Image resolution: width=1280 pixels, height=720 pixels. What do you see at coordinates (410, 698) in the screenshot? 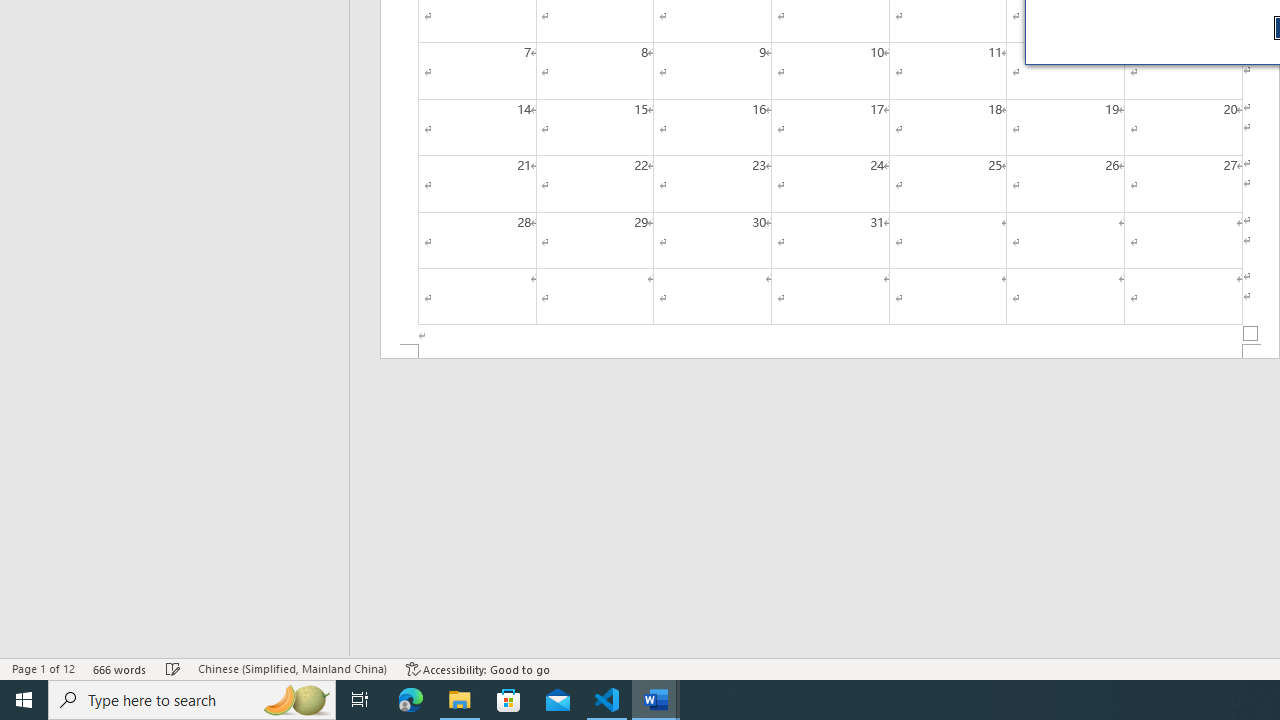
I see `'Microsoft Edge'` at bounding box center [410, 698].